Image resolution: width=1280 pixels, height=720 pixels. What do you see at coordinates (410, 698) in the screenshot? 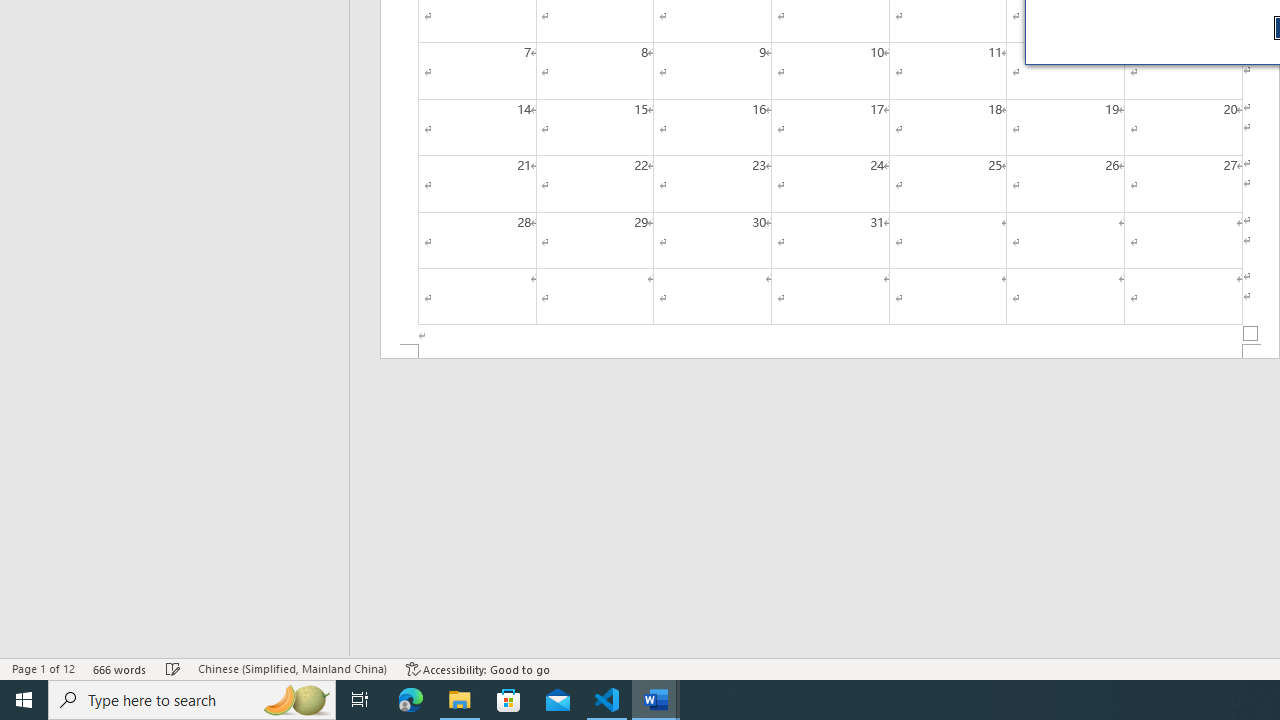
I see `'Microsoft Edge'` at bounding box center [410, 698].